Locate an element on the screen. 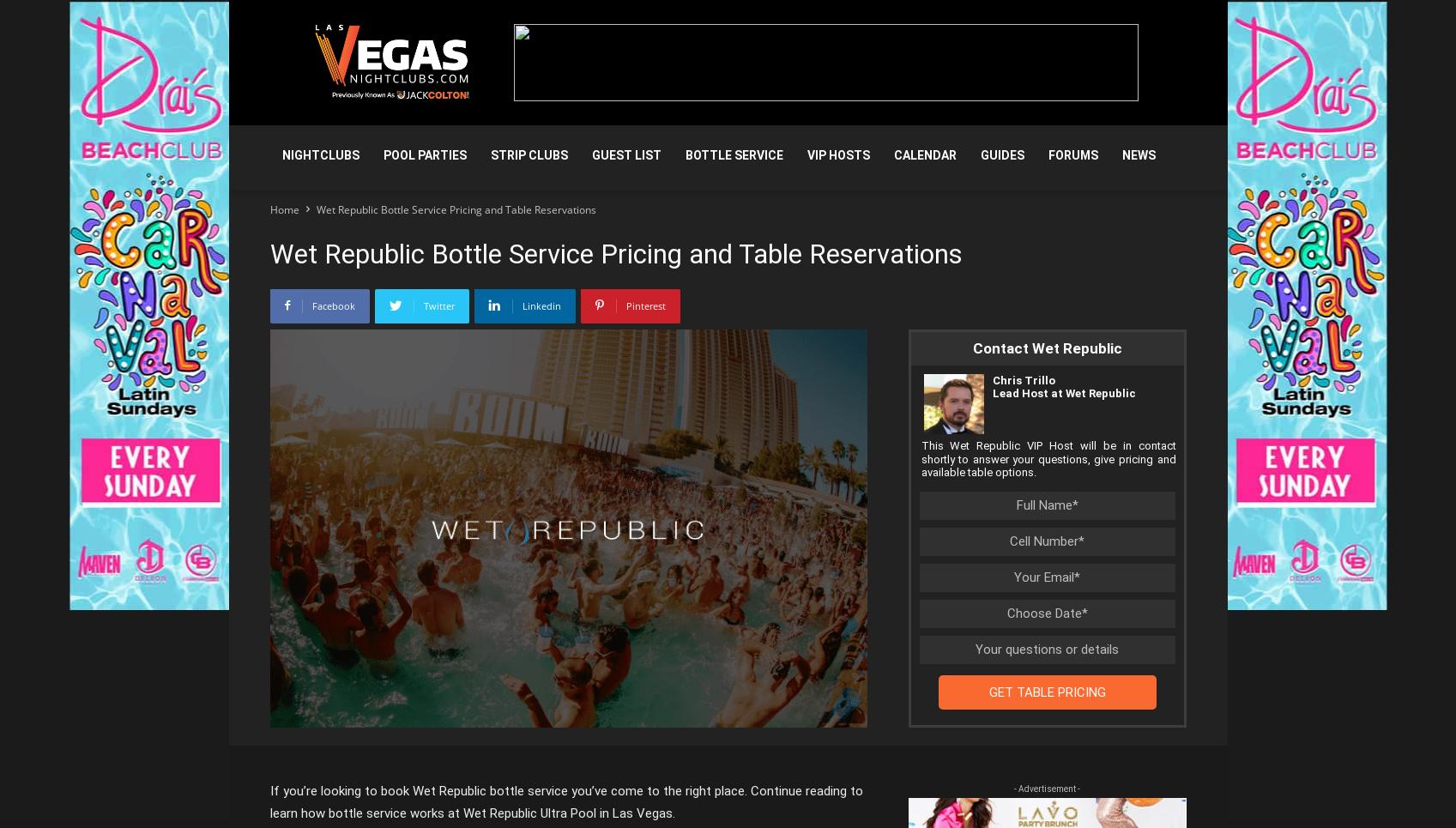 The height and width of the screenshot is (828, 1456). 'Pinterest' is located at coordinates (625, 305).